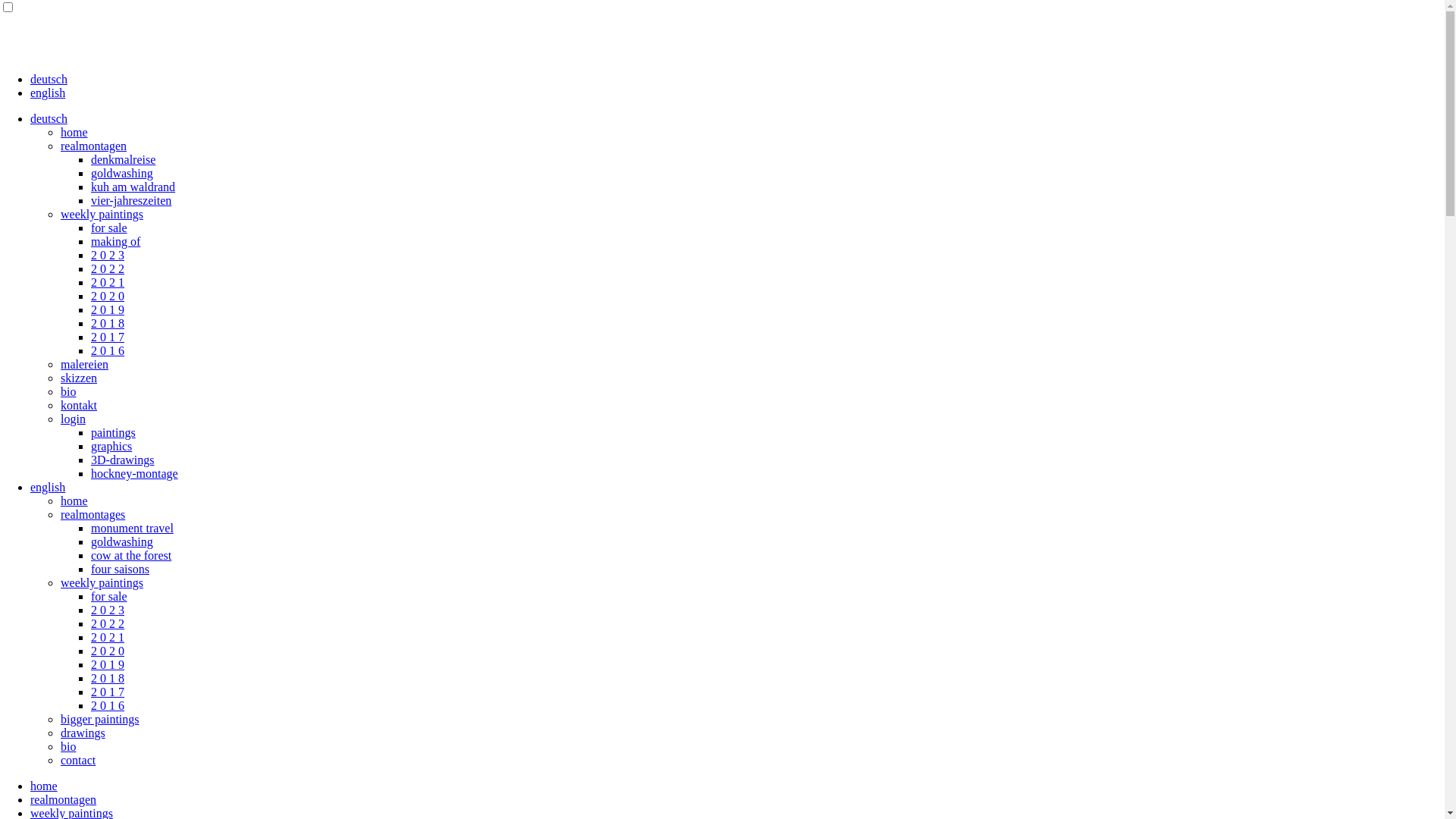 This screenshot has width=1456, height=819. I want to click on 'denkmalreise', so click(123, 159).